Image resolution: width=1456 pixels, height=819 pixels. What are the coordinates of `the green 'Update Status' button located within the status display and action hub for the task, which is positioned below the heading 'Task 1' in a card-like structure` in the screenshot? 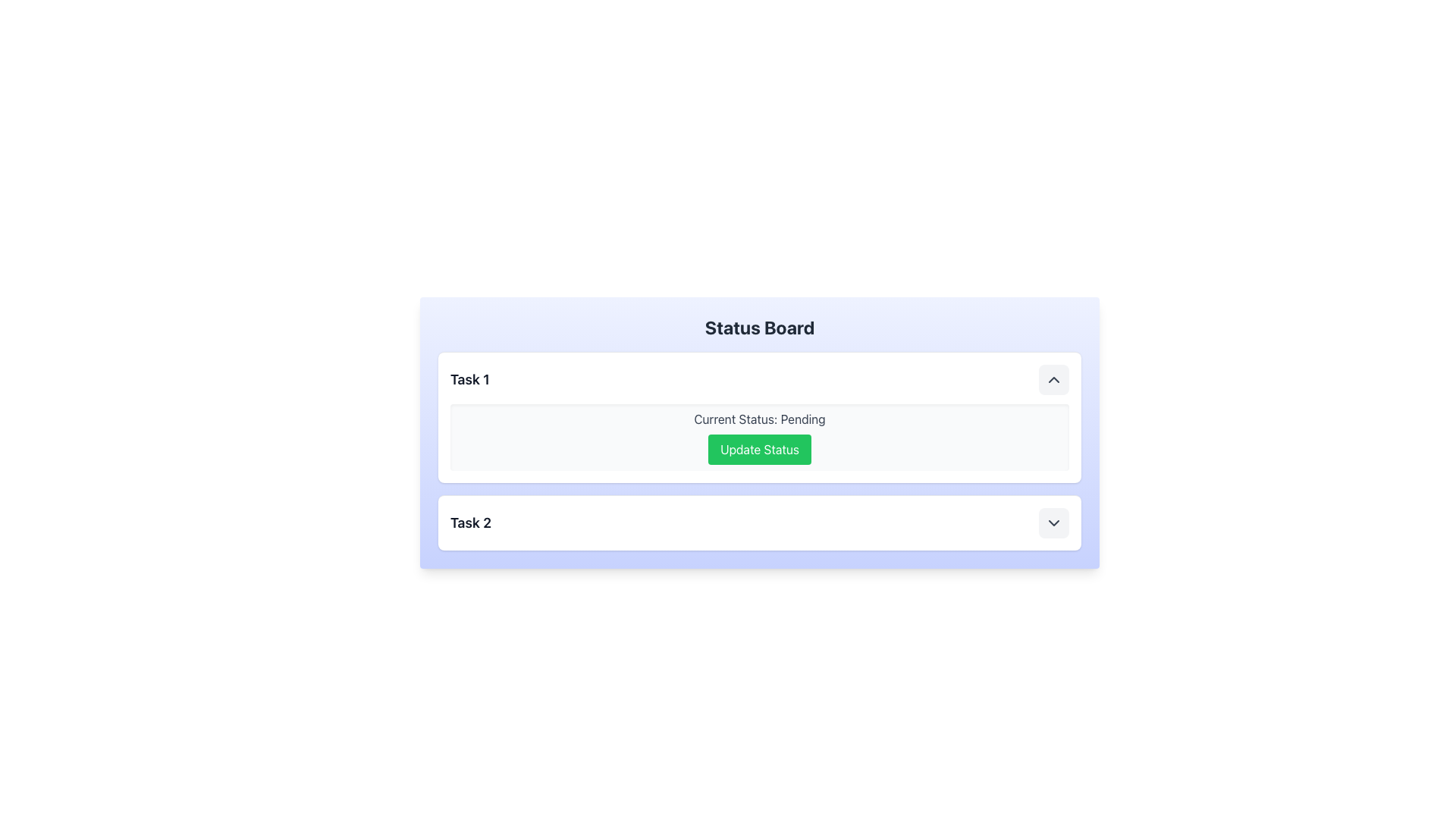 It's located at (760, 438).